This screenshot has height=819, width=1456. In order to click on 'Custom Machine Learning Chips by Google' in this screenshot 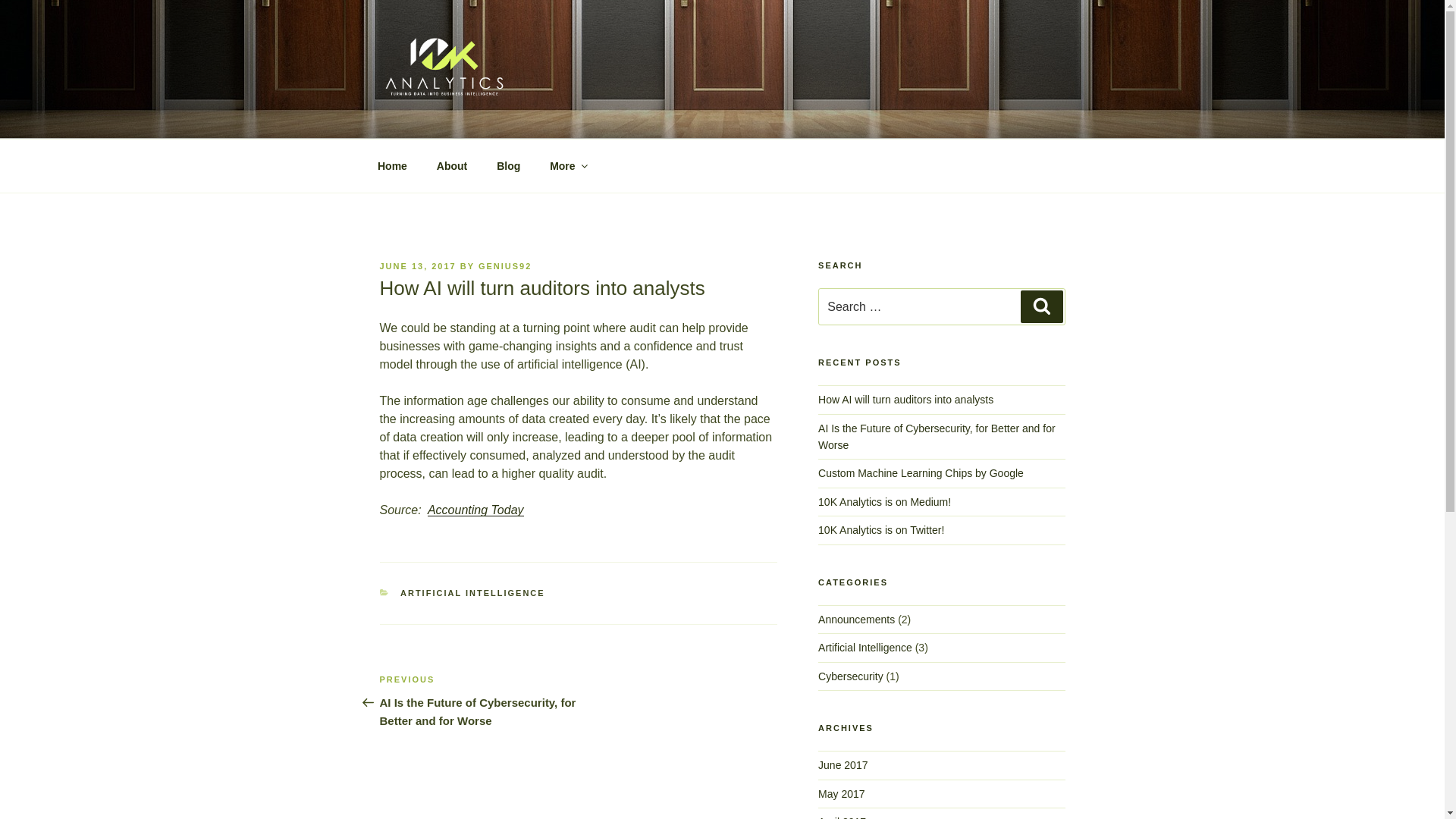, I will do `click(920, 472)`.